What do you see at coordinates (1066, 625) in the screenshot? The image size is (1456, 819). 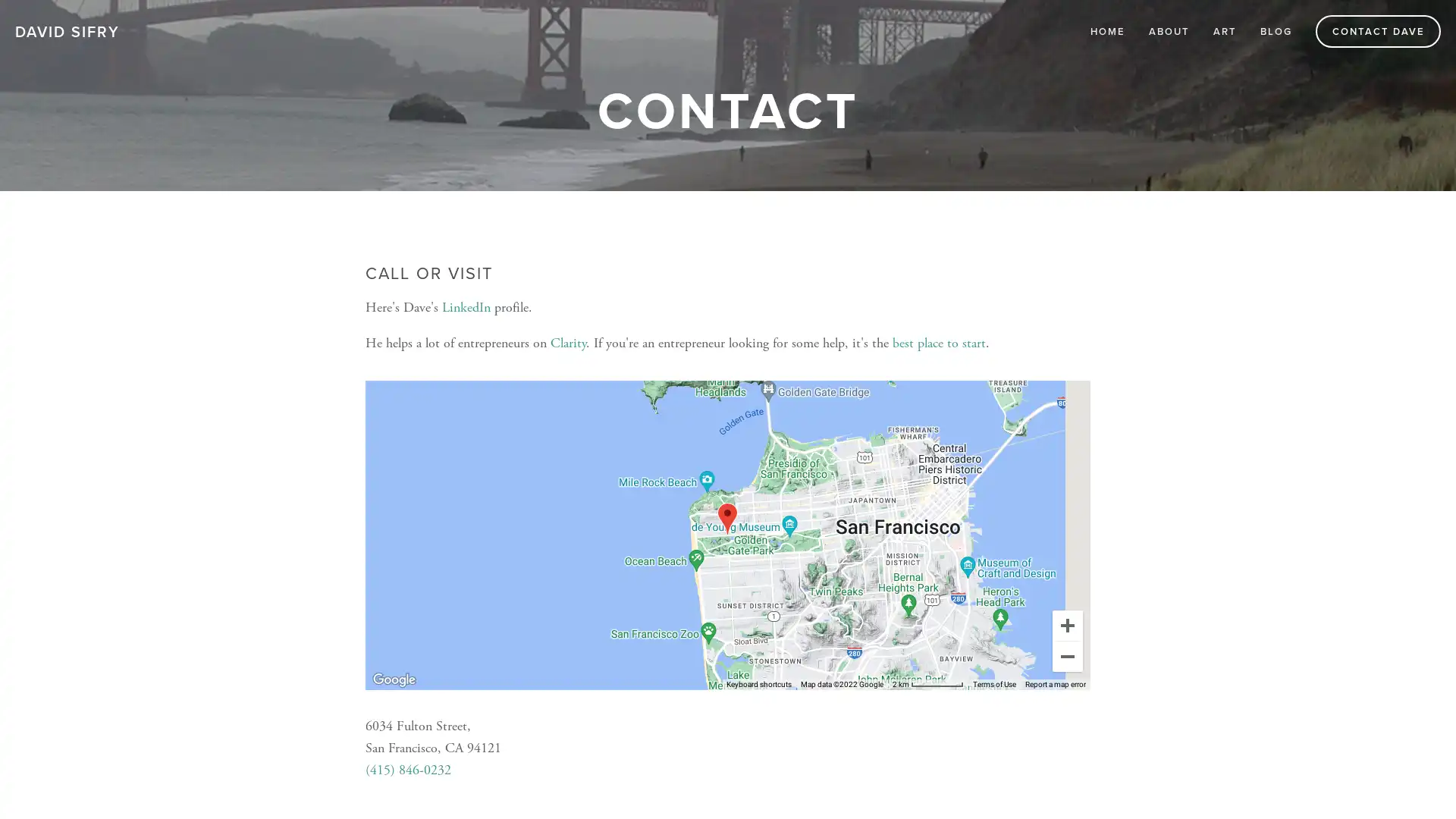 I see `Zoom in` at bounding box center [1066, 625].